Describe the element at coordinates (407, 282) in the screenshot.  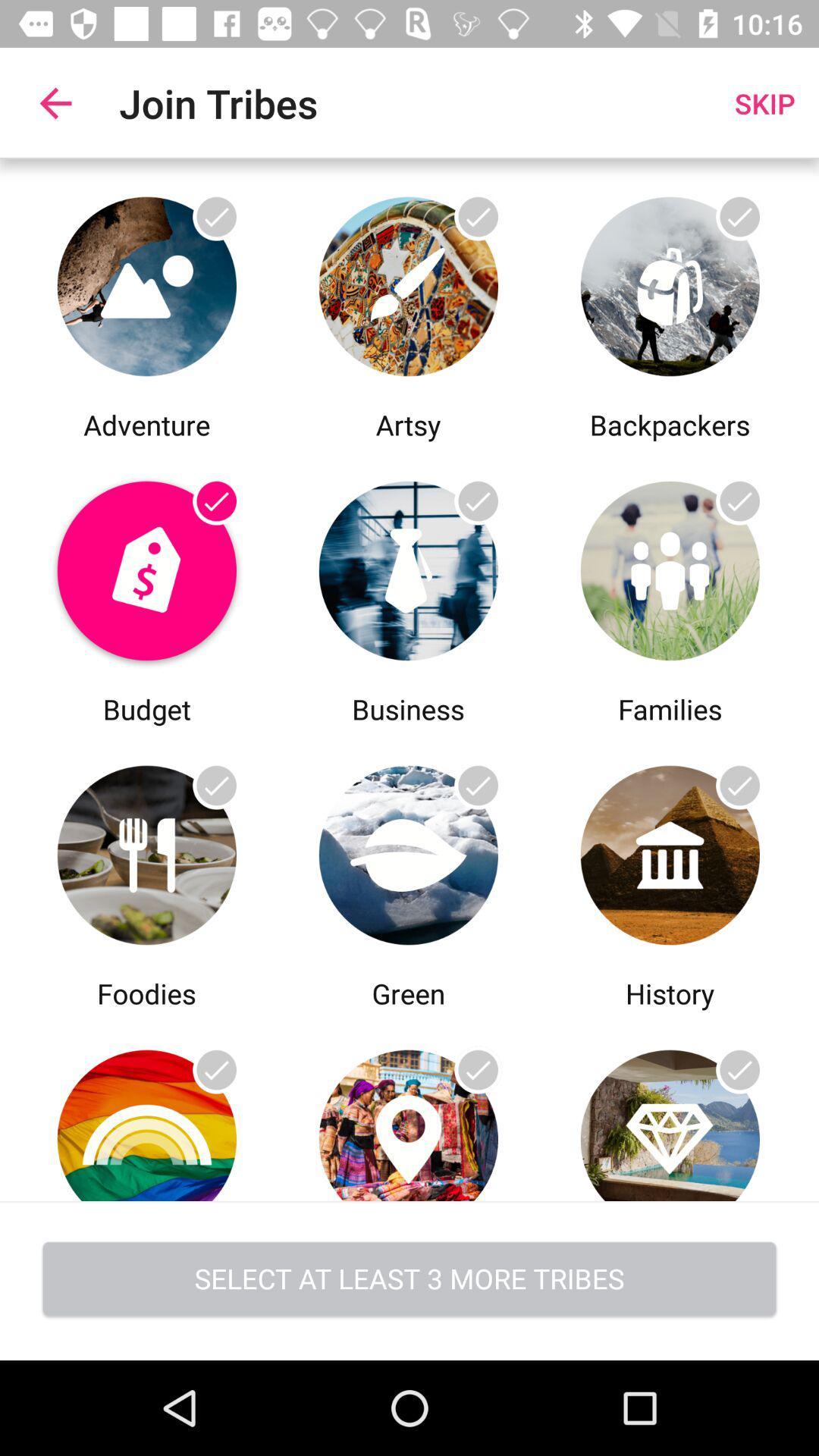
I see `artsy category` at that location.